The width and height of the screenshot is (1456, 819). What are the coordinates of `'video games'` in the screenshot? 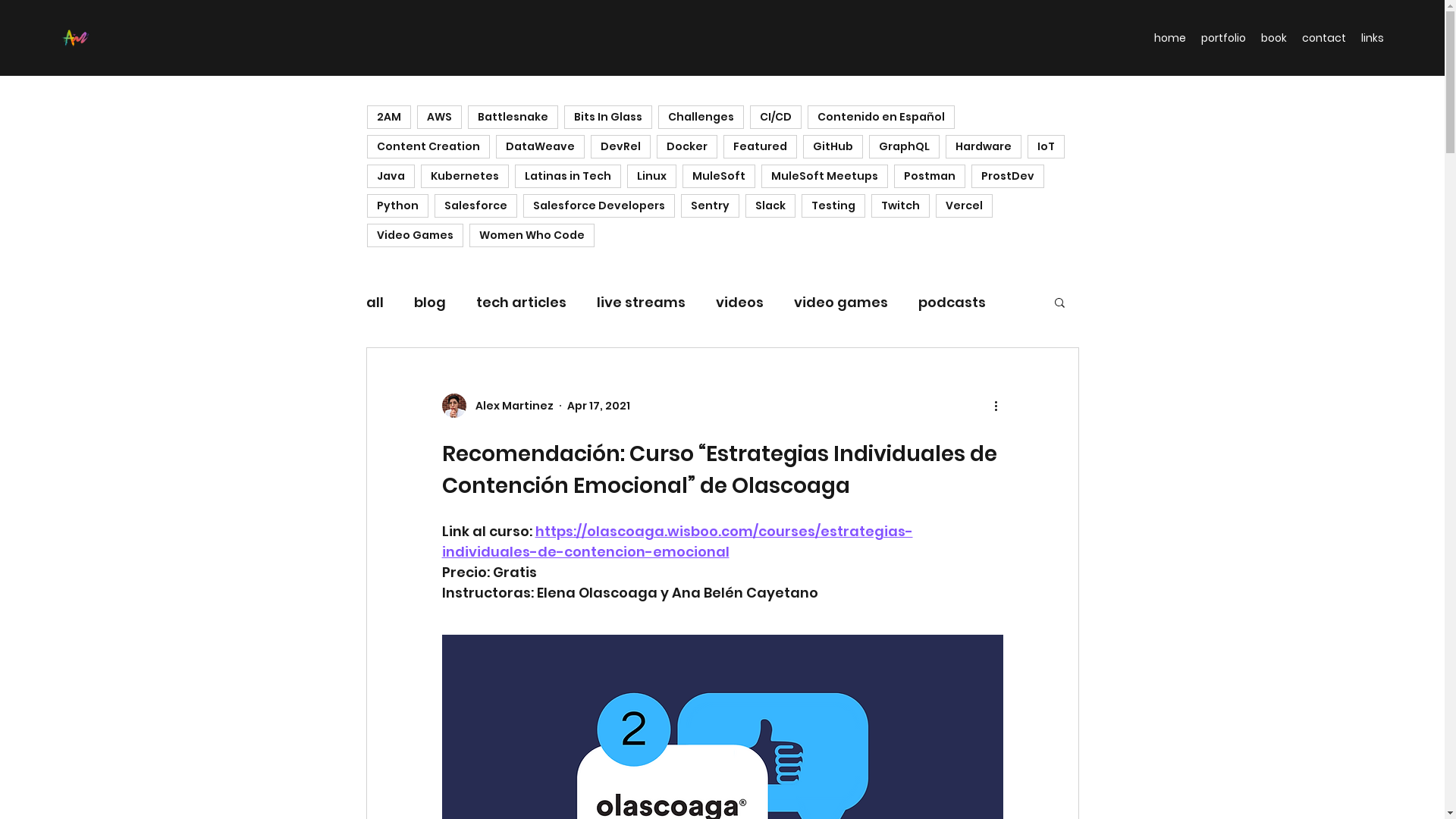 It's located at (839, 301).